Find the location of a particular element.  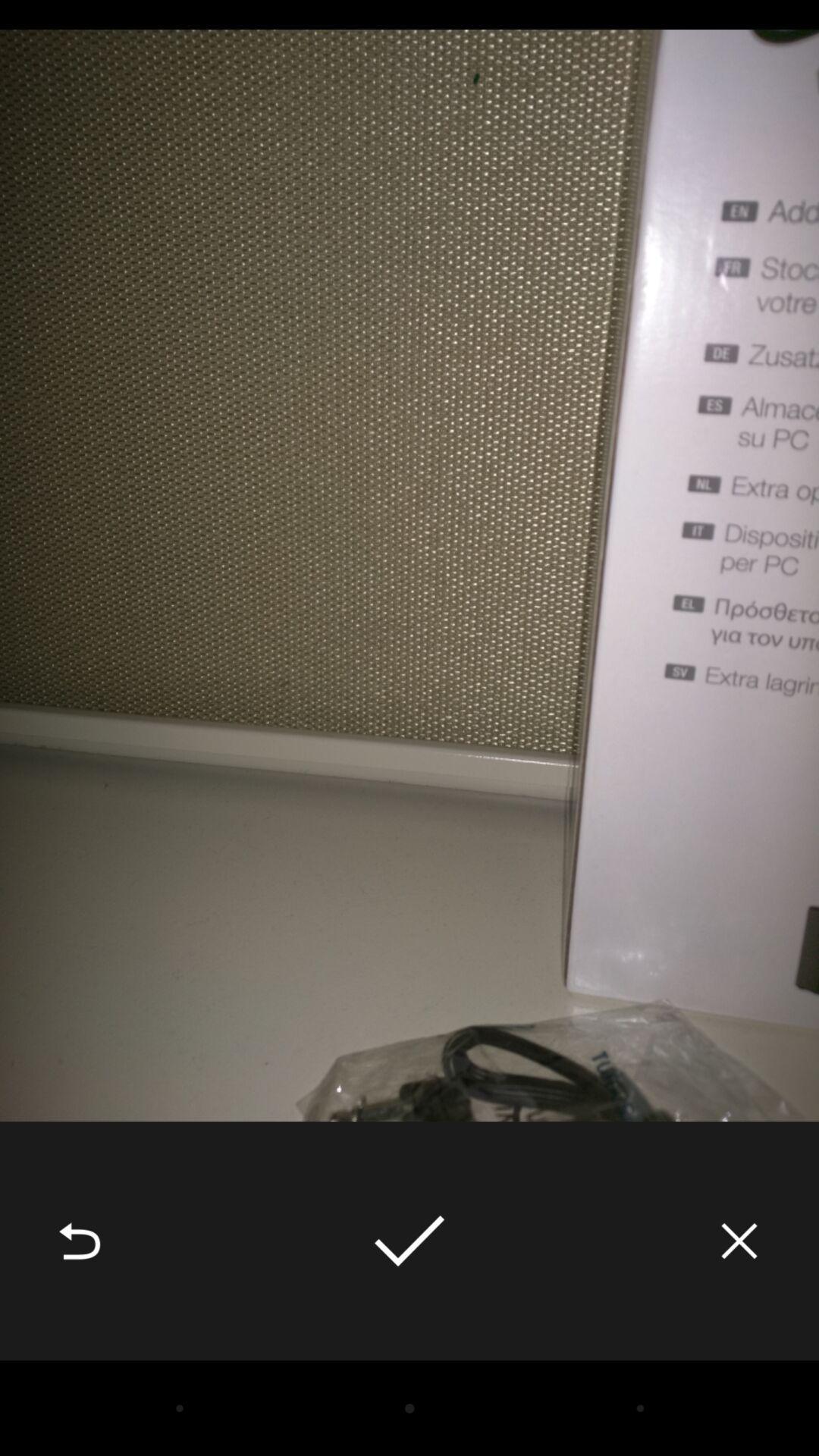

icon at the bottom right corner is located at coordinates (739, 1241).